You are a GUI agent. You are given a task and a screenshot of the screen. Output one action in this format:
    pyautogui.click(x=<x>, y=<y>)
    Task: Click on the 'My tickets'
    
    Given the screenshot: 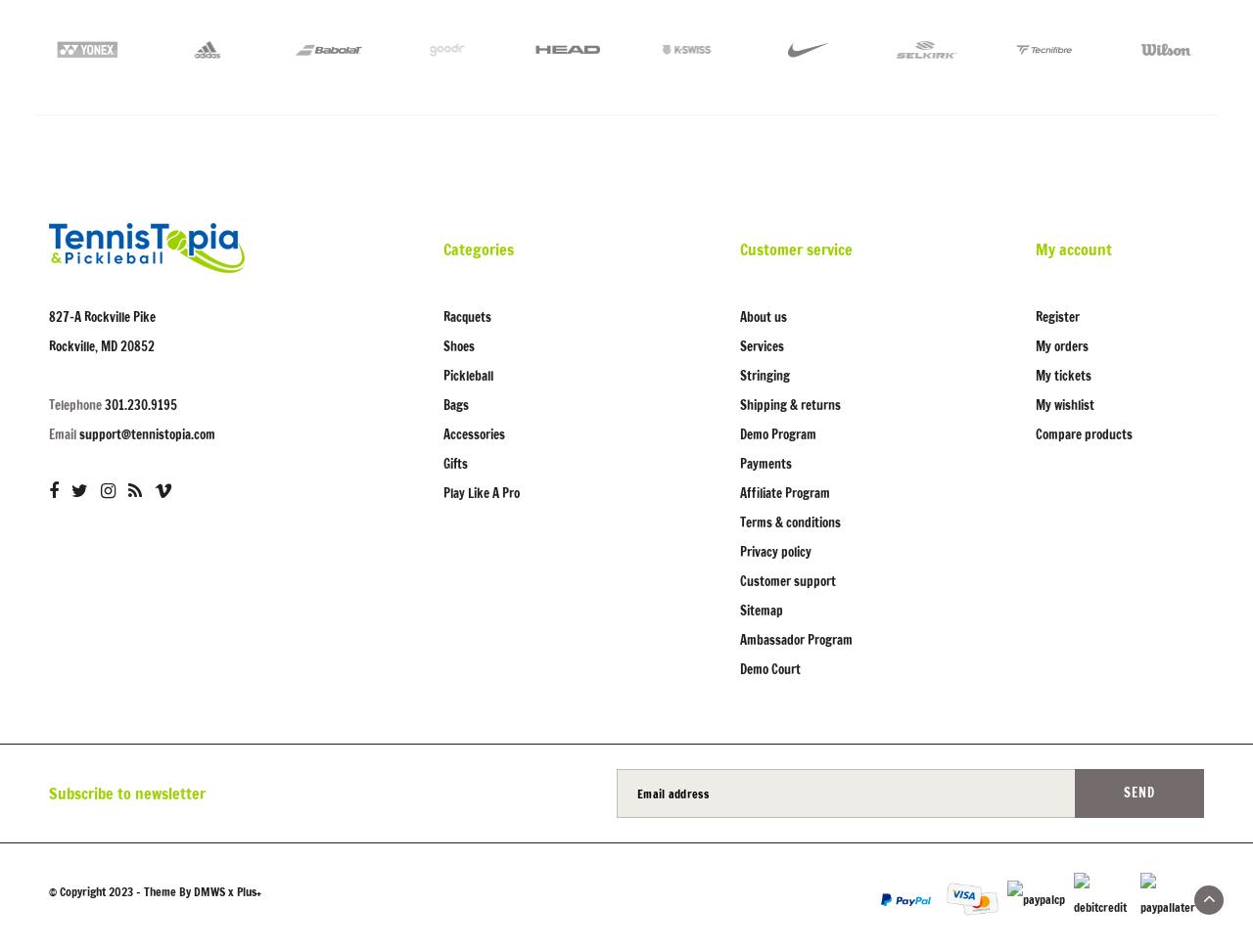 What is the action you would take?
    pyautogui.click(x=1062, y=375)
    